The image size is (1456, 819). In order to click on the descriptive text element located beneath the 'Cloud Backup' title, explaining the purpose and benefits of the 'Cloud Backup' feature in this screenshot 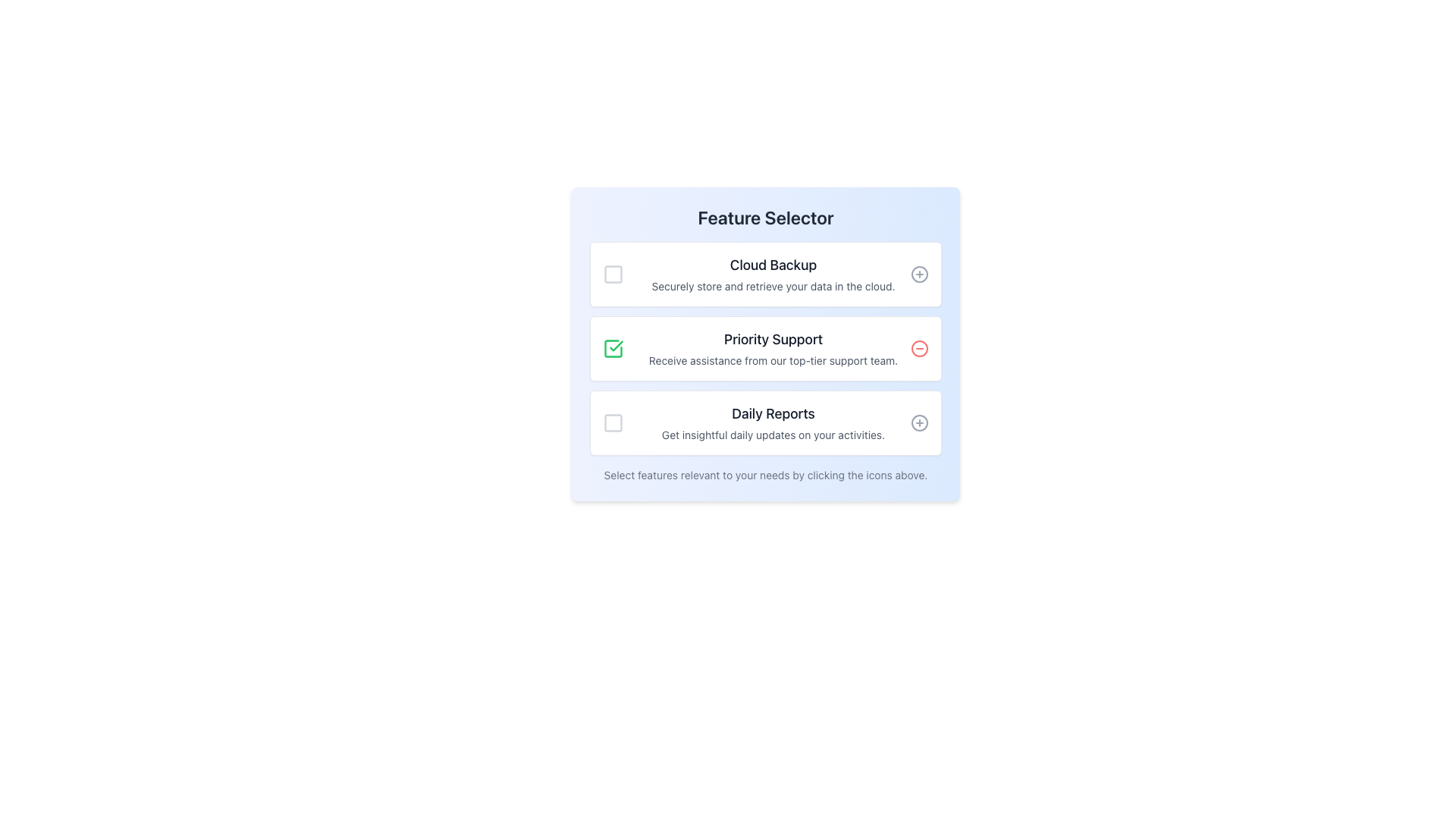, I will do `click(773, 287)`.